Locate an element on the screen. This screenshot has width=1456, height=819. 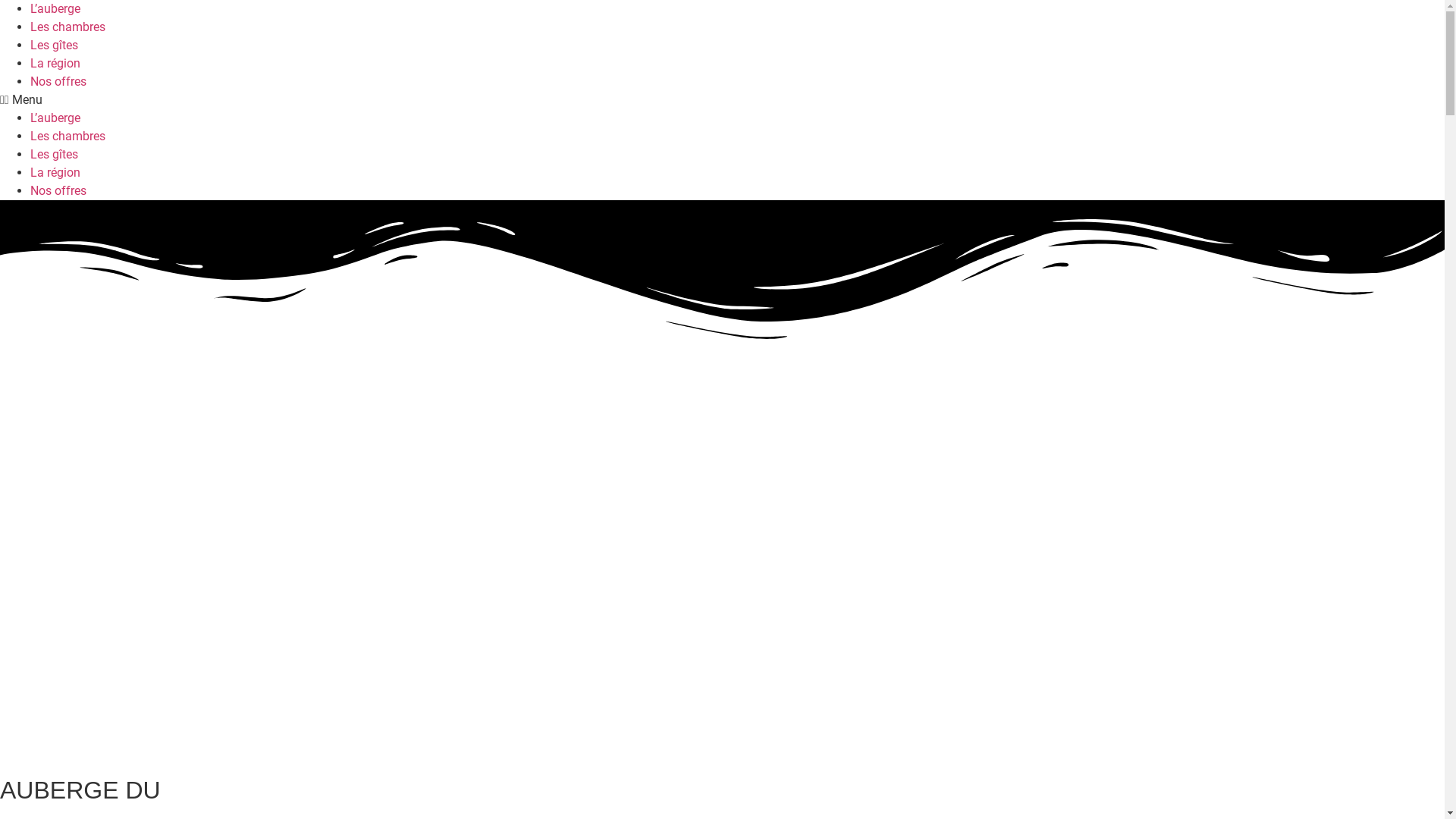
'Nos offres' is located at coordinates (58, 81).